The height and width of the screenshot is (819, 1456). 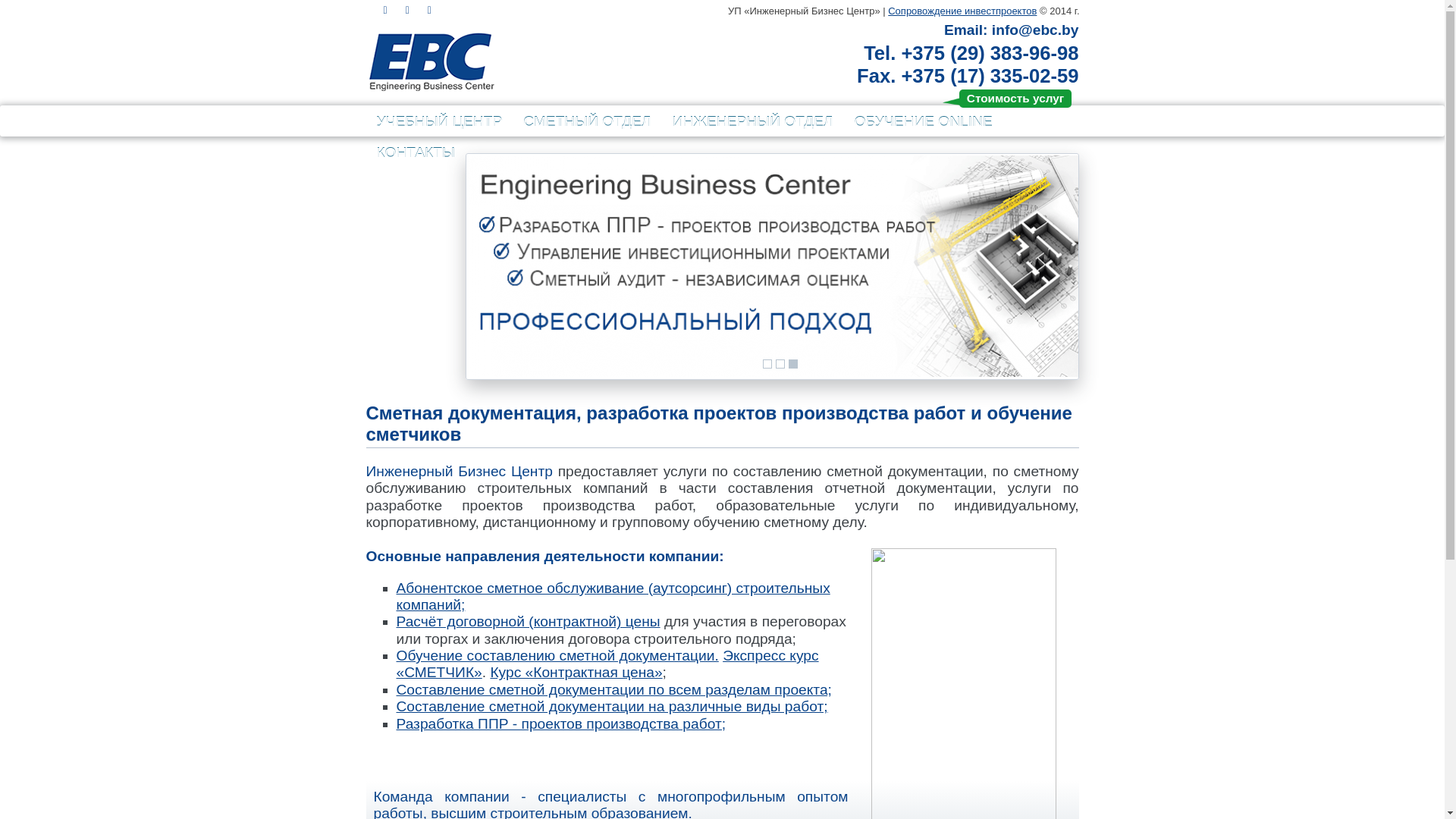 What do you see at coordinates (792, 363) in the screenshot?
I see `'3'` at bounding box center [792, 363].